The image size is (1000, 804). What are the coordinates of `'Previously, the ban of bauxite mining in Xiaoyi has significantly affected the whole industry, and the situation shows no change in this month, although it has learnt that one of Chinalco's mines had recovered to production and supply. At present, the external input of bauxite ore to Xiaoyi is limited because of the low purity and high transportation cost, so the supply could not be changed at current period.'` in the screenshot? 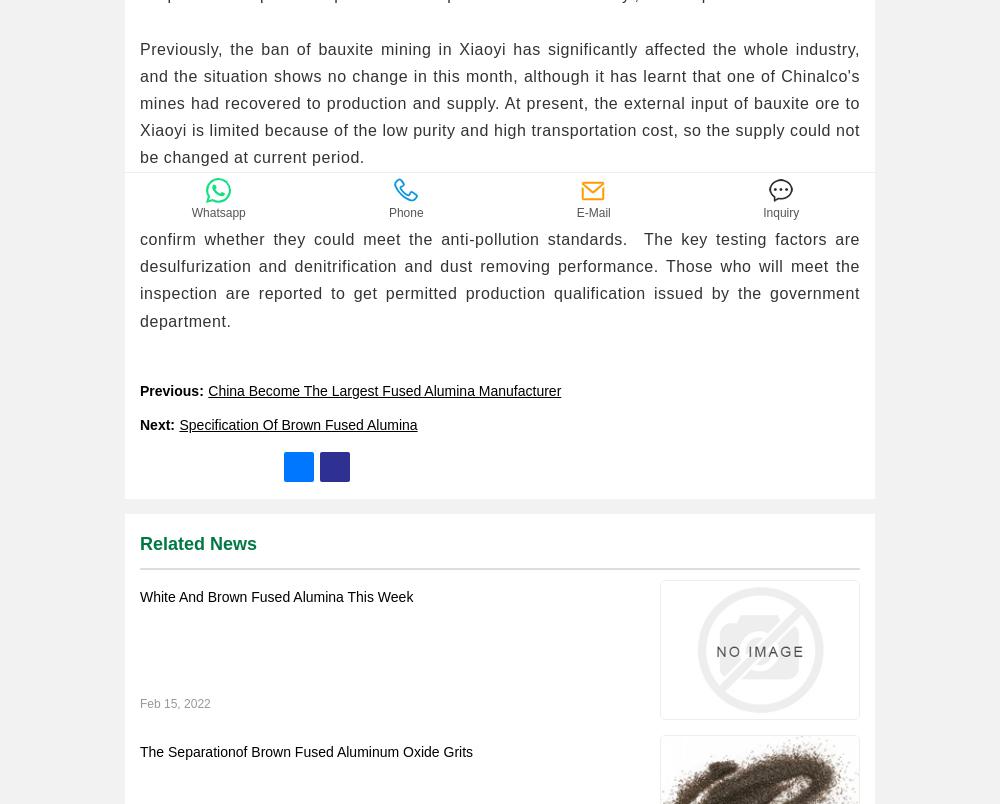 It's located at (500, 102).